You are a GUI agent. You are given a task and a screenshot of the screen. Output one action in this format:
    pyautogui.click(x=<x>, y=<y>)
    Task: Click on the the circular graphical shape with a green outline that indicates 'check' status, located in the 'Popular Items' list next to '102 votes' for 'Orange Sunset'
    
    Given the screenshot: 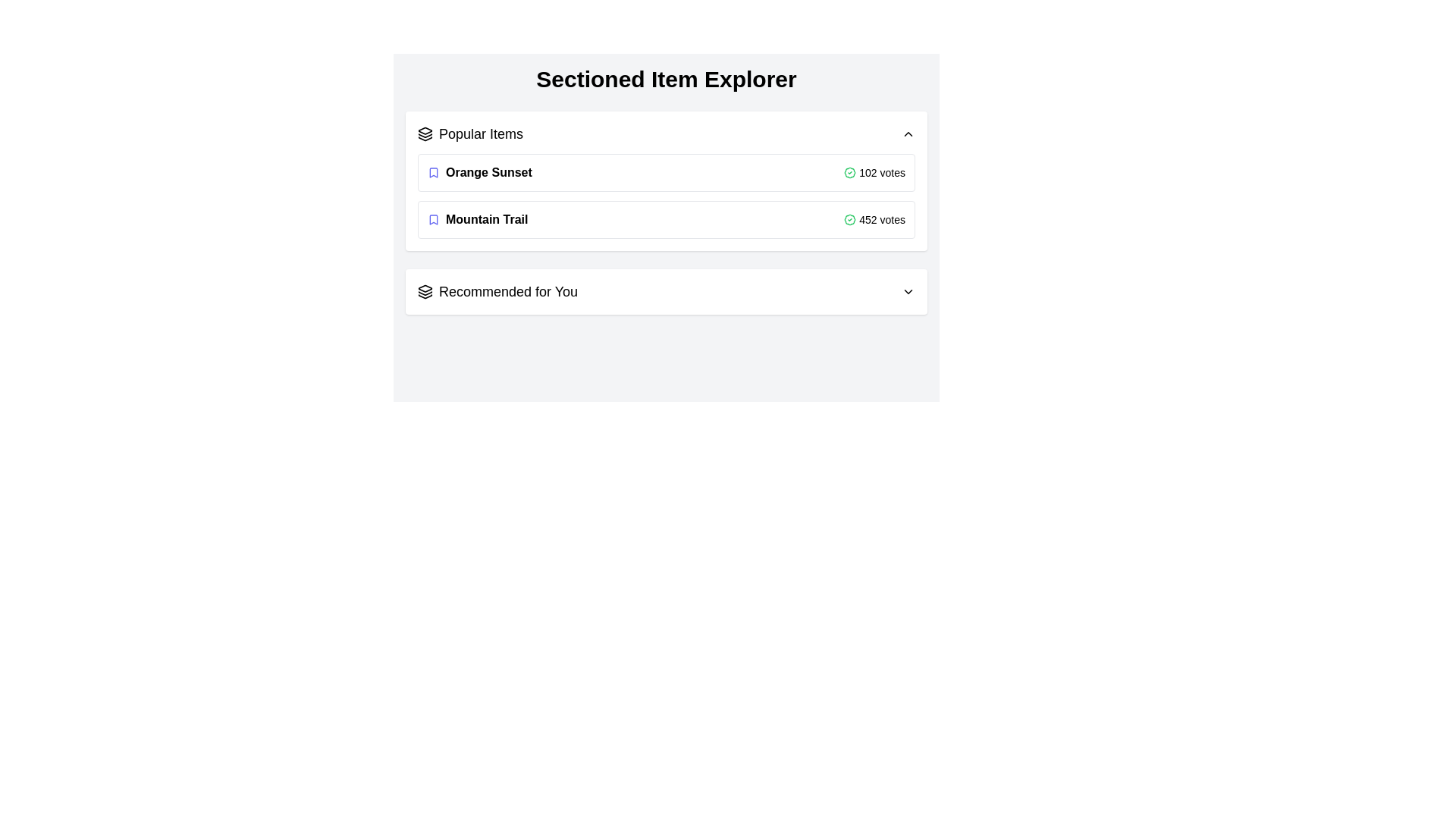 What is the action you would take?
    pyautogui.click(x=850, y=219)
    